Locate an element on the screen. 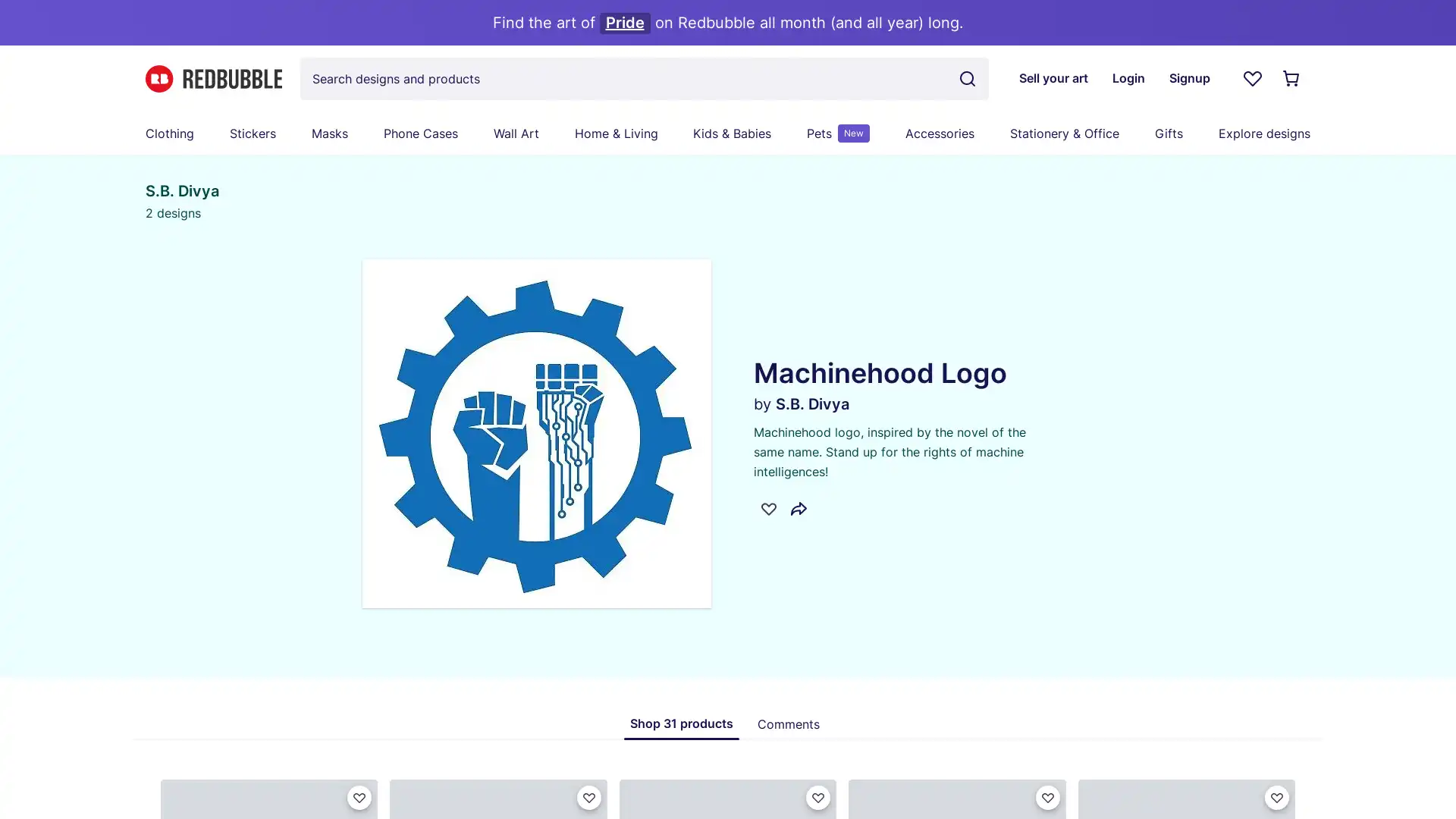  Search term is located at coordinates (967, 79).